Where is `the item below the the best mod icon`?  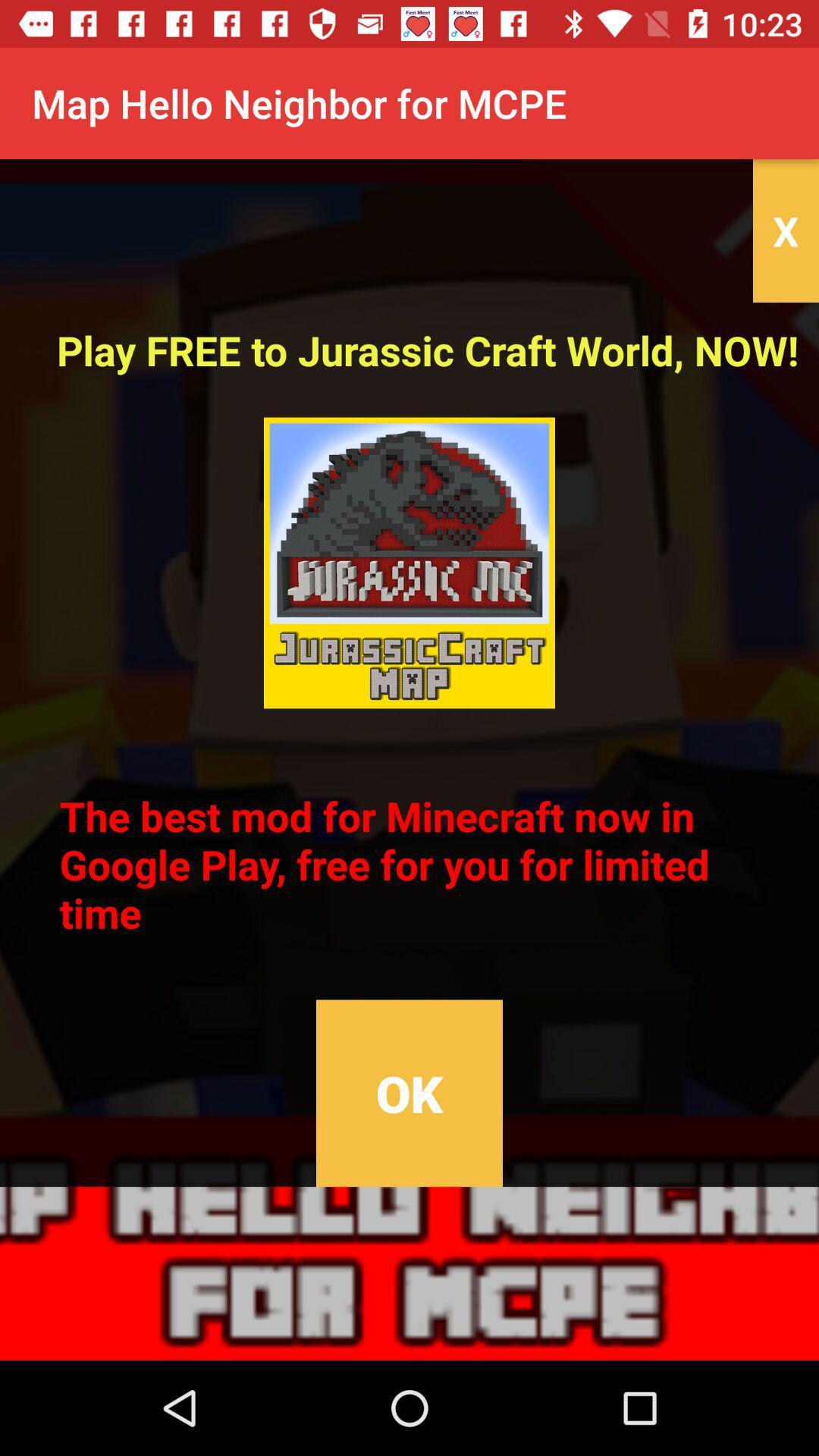
the item below the the best mod icon is located at coordinates (409, 1093).